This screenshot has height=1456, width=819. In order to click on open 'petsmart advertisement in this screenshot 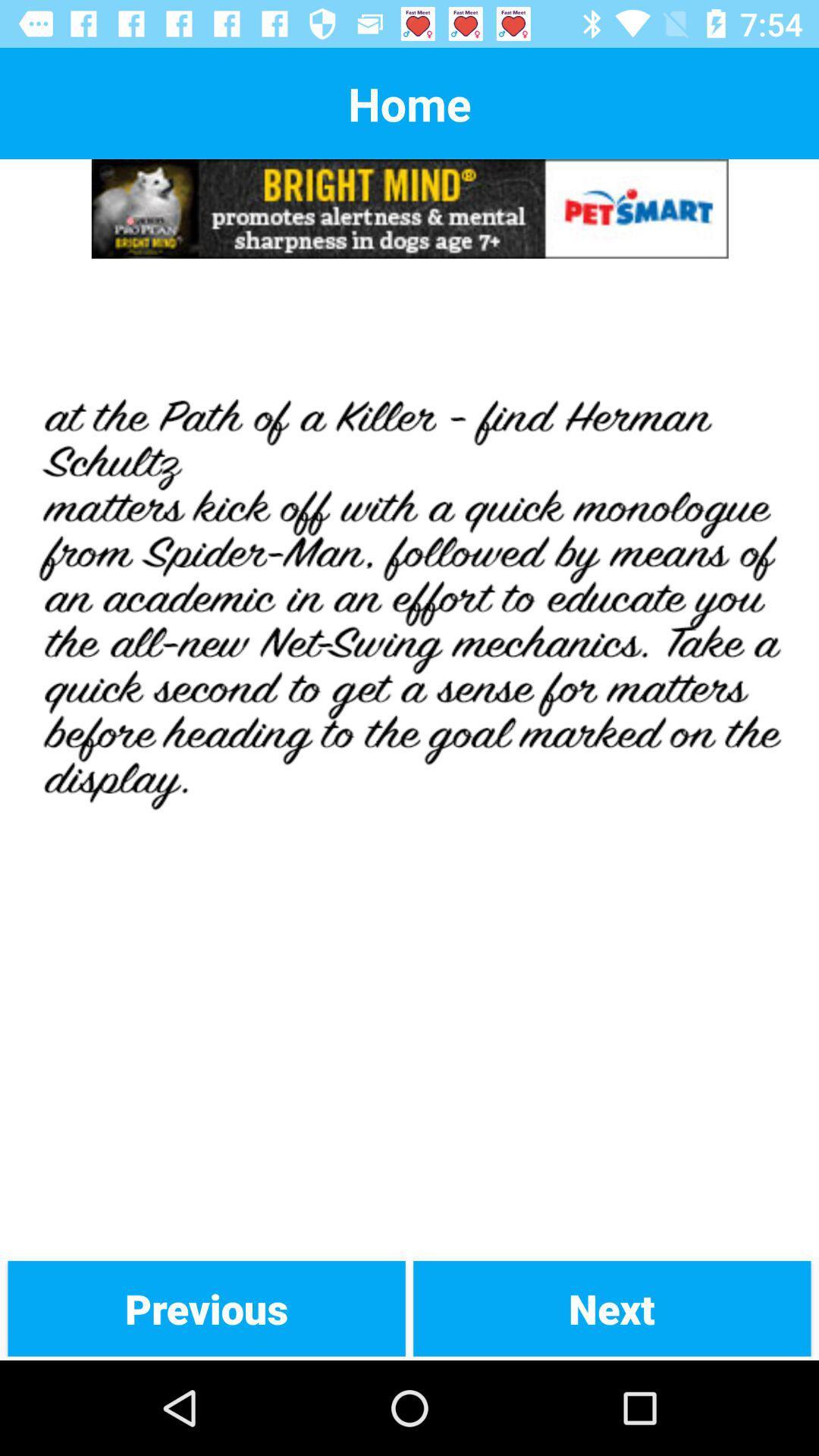, I will do `click(409, 208)`.